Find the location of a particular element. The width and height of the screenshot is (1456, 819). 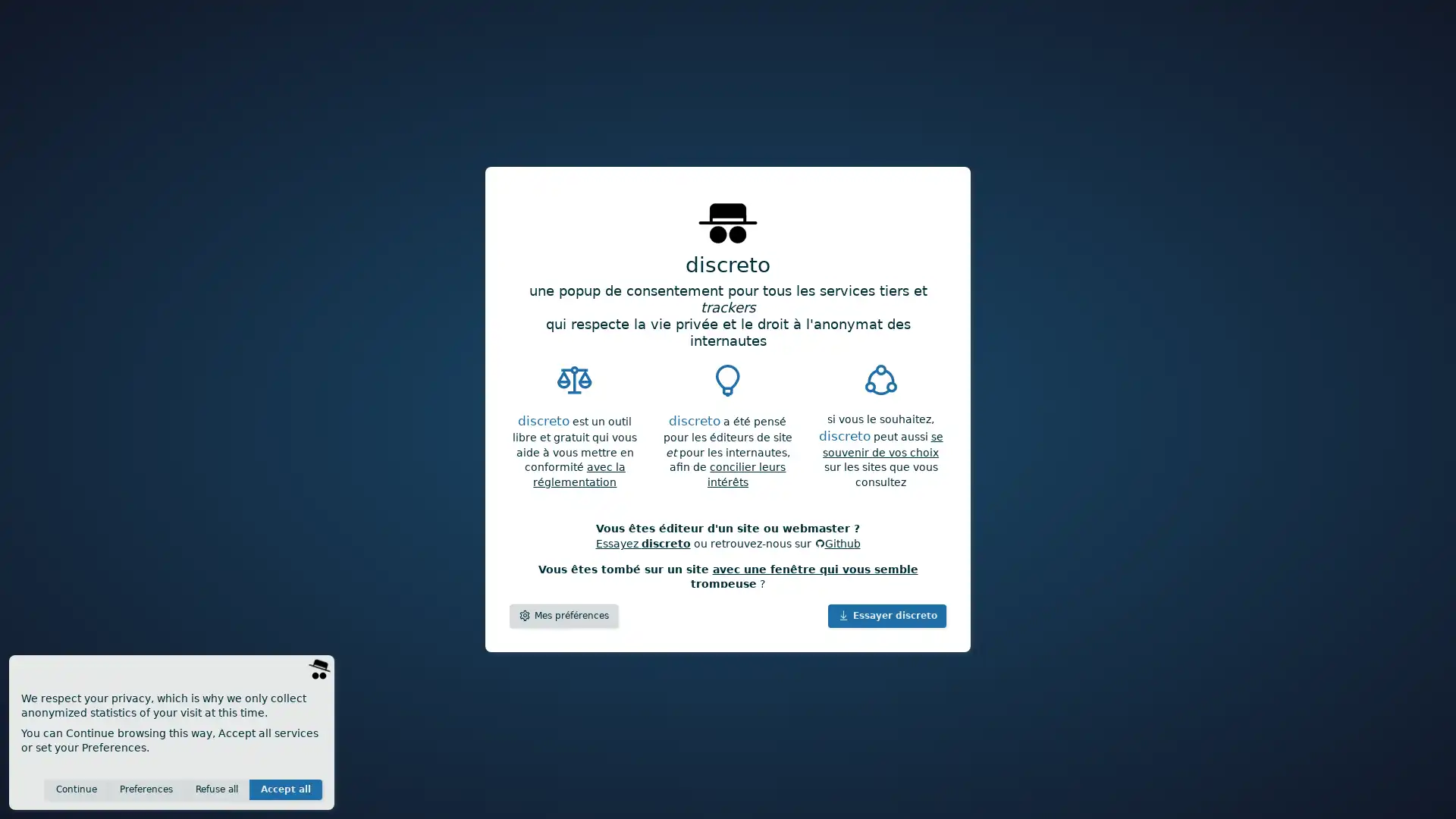

Save is located at coordinates (298, 795).